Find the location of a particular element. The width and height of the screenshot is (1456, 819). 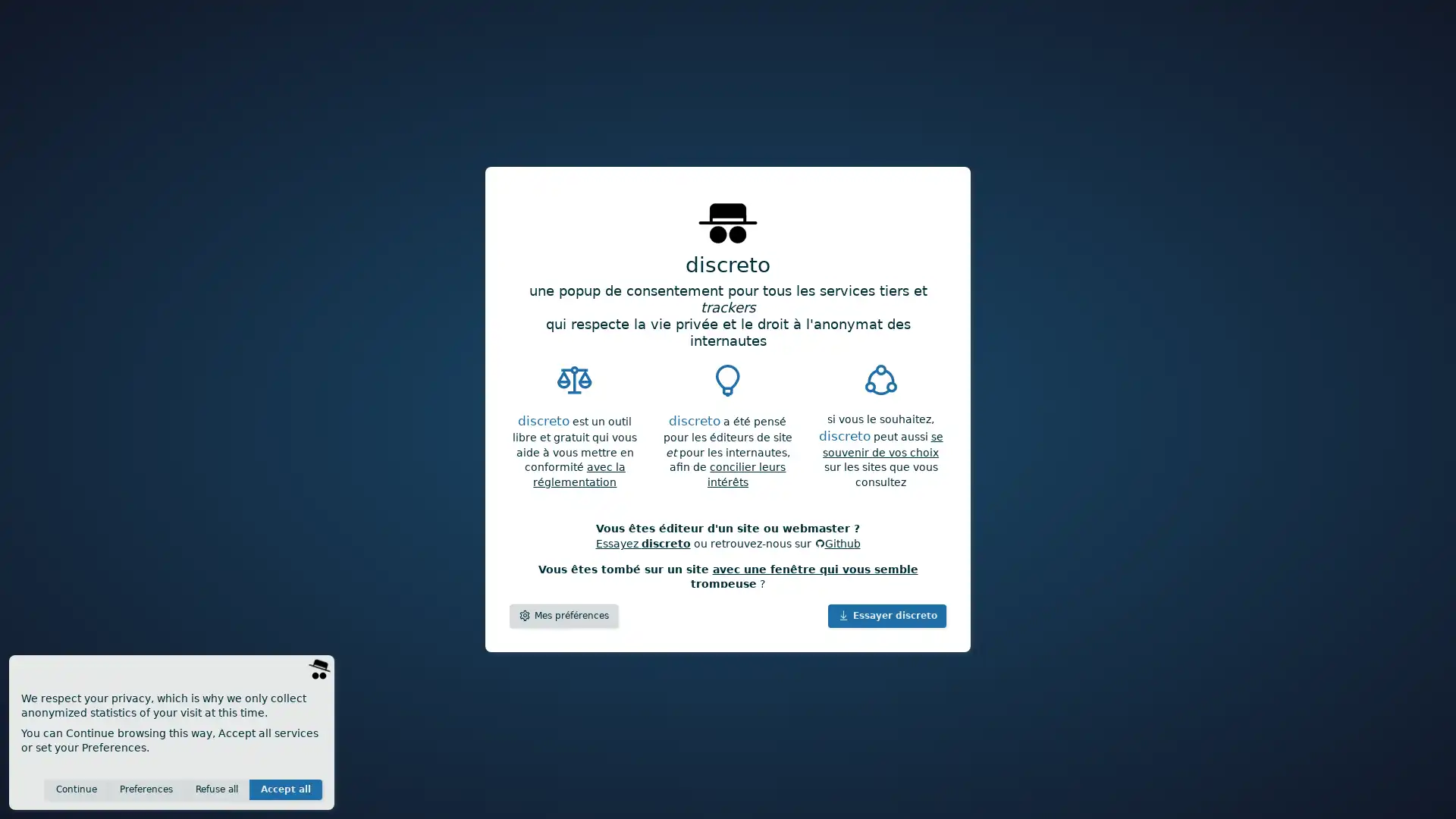

Save is located at coordinates (298, 795).